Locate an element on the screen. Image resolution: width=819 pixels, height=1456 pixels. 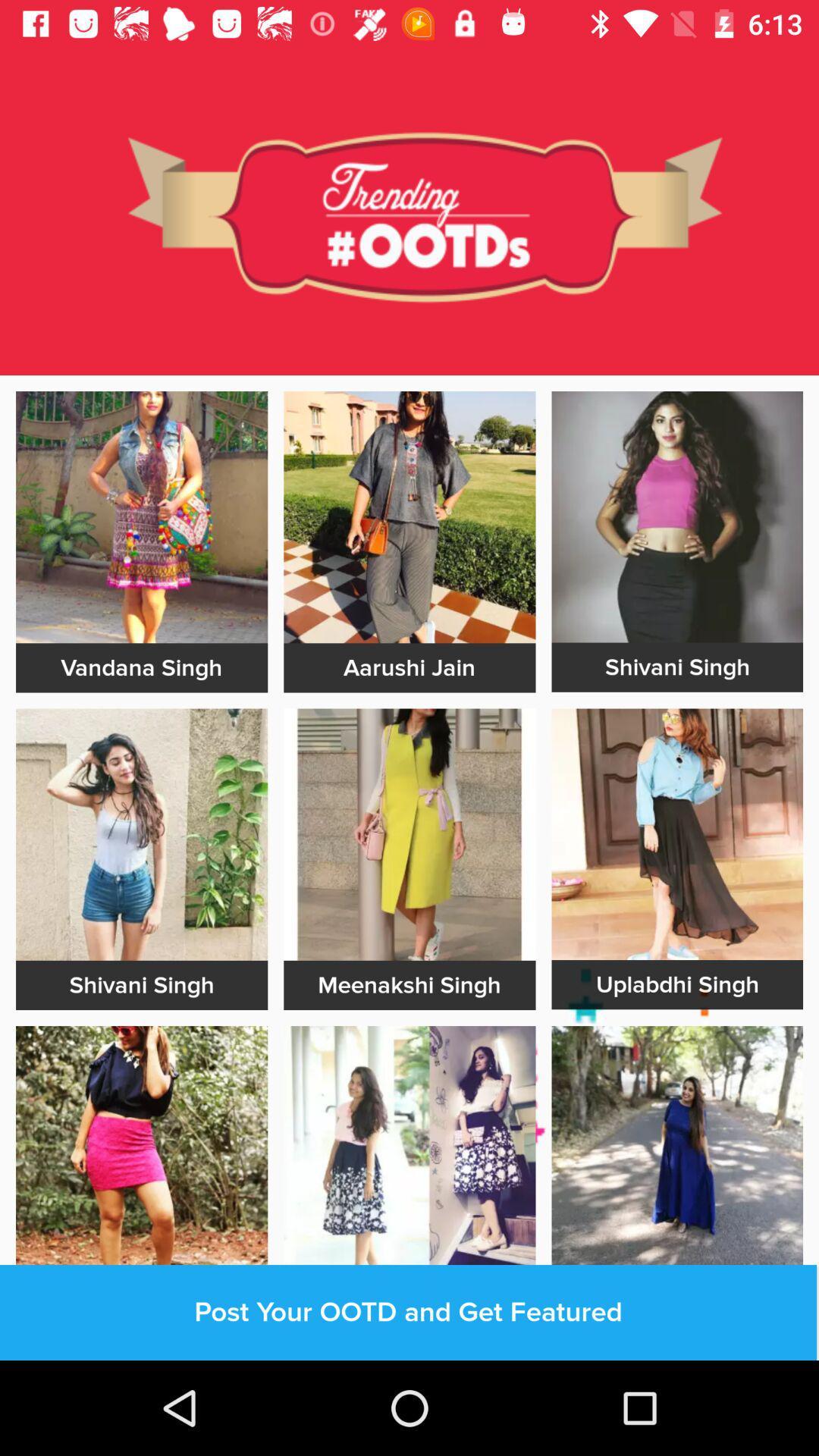
look profile is located at coordinates (409, 833).